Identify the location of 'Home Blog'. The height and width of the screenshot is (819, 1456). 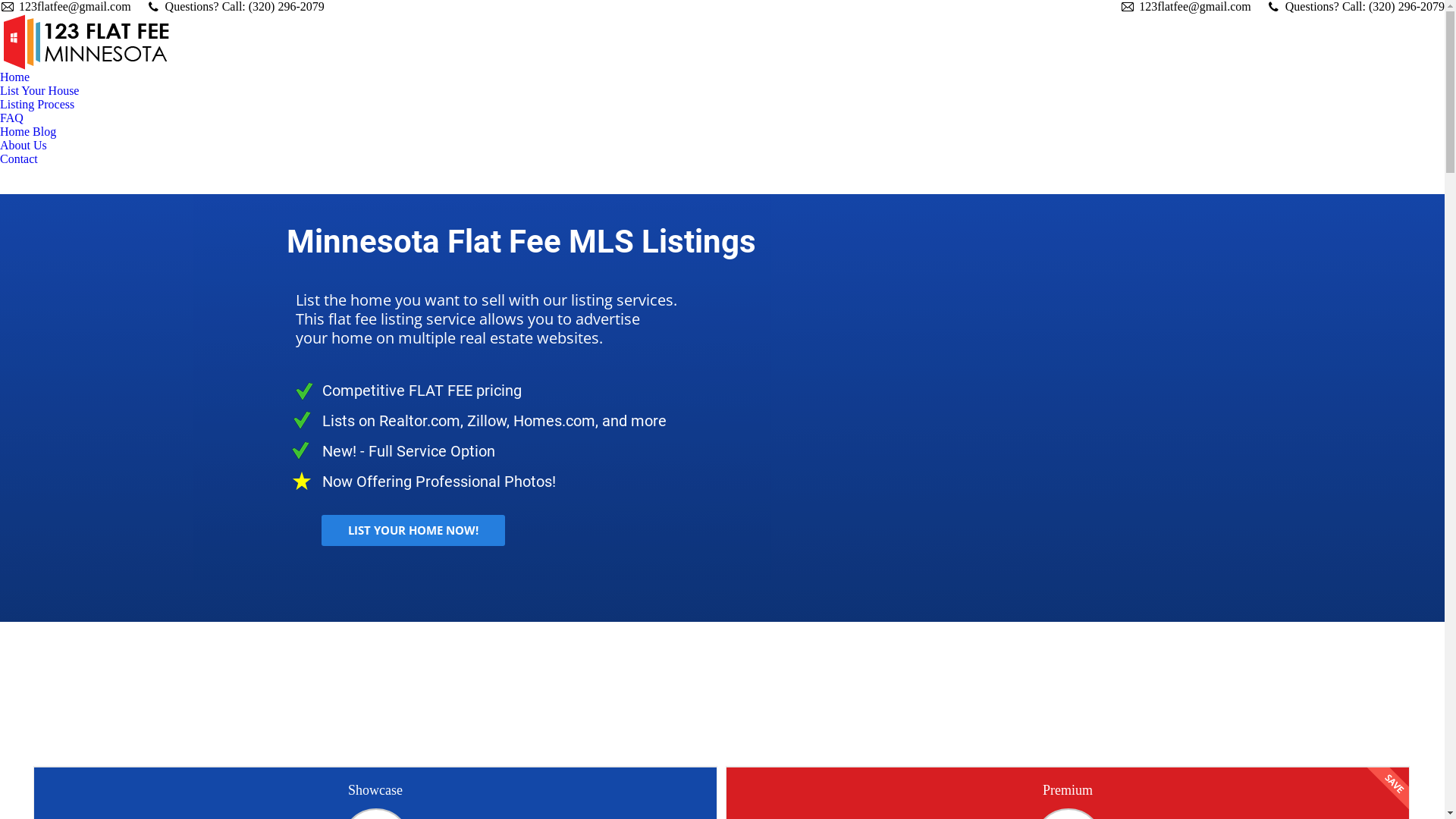
(28, 130).